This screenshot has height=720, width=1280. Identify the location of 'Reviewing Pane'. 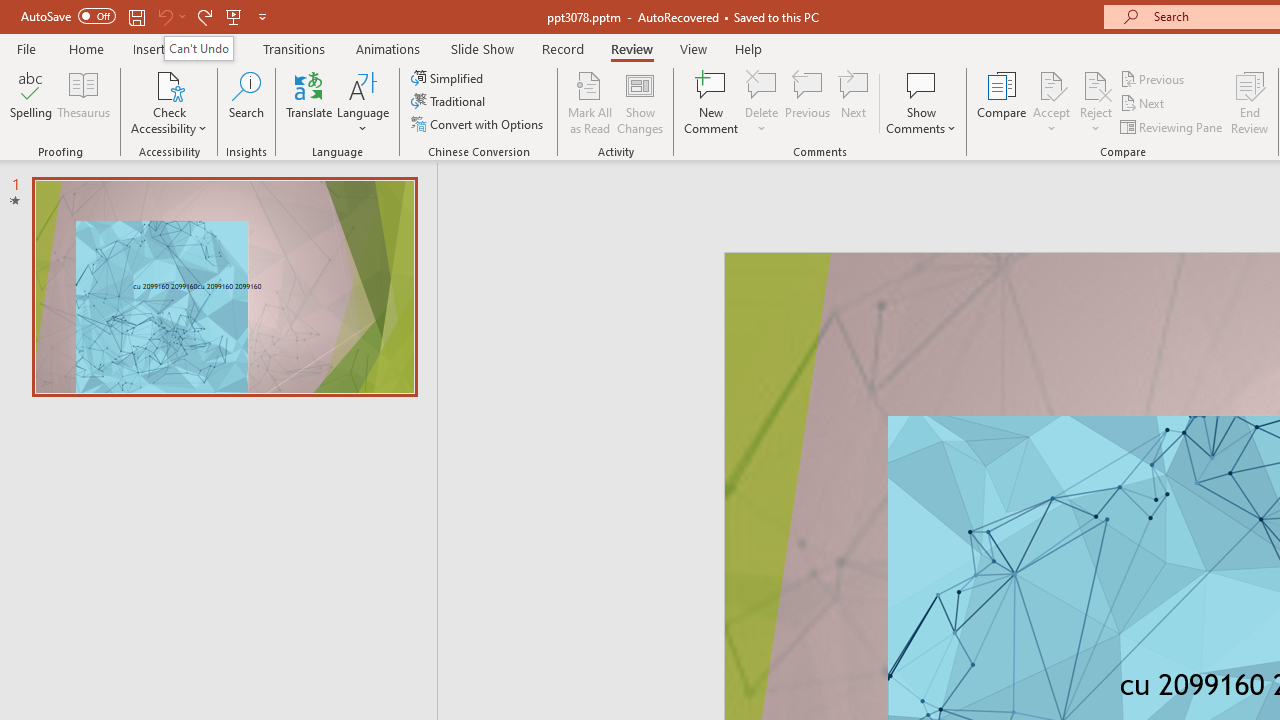
(1173, 127).